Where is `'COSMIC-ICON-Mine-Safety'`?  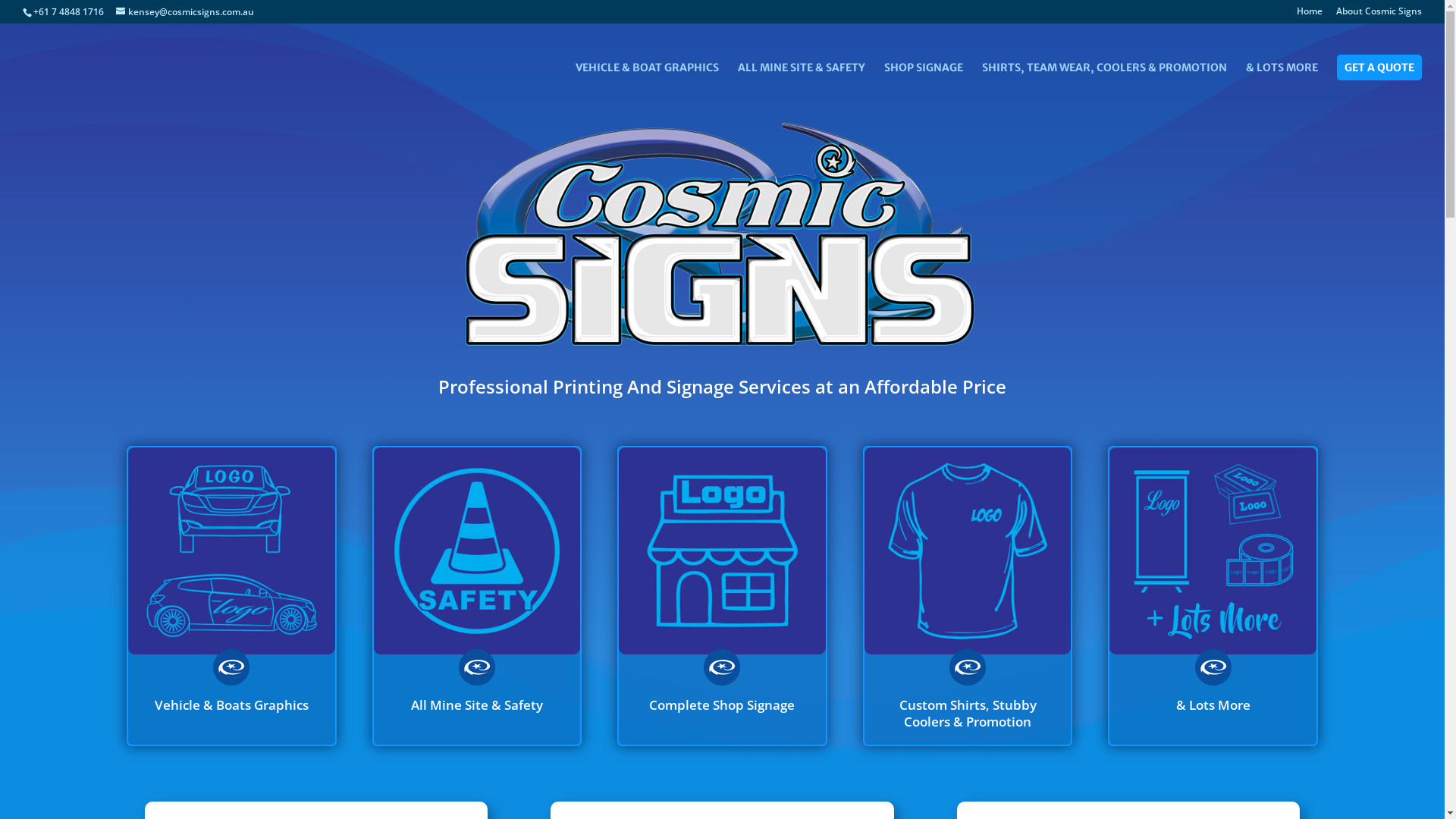 'COSMIC-ICON-Mine-Safety' is located at coordinates (475, 550).